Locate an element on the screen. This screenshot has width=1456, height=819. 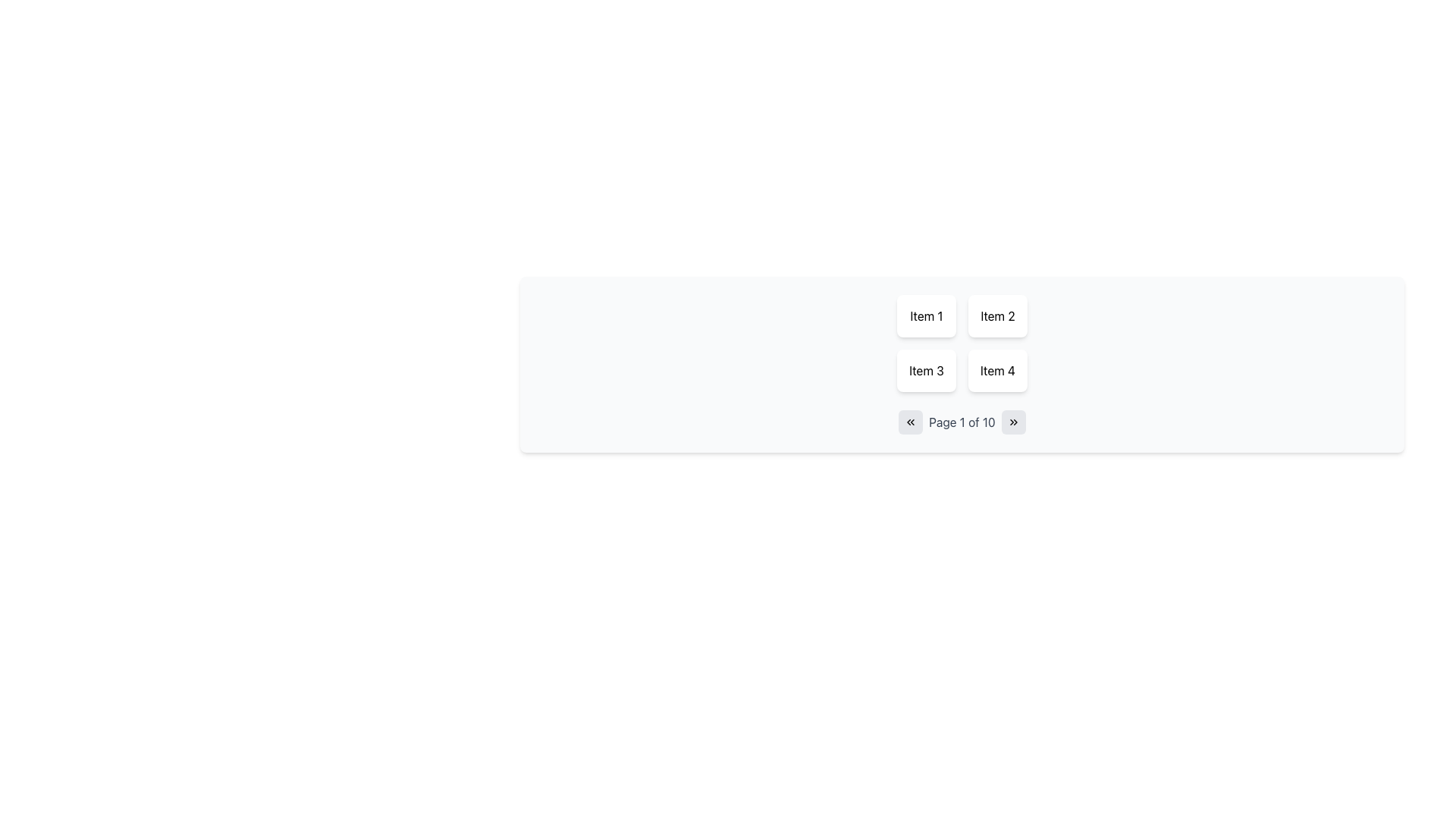
the 'Item 3' selectable button located in the bottom-left quadrant of the grid is located at coordinates (926, 371).